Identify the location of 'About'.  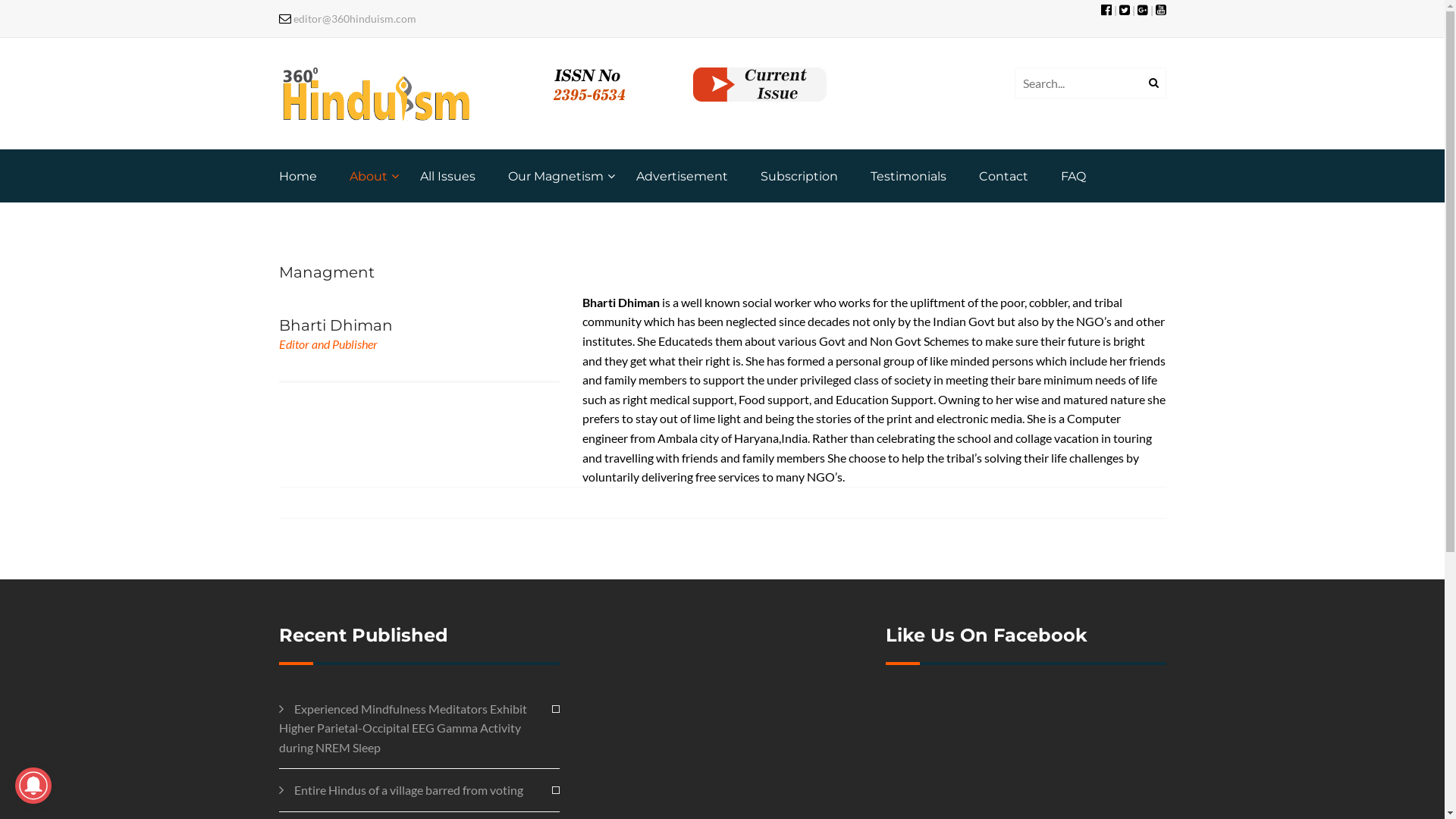
(348, 175).